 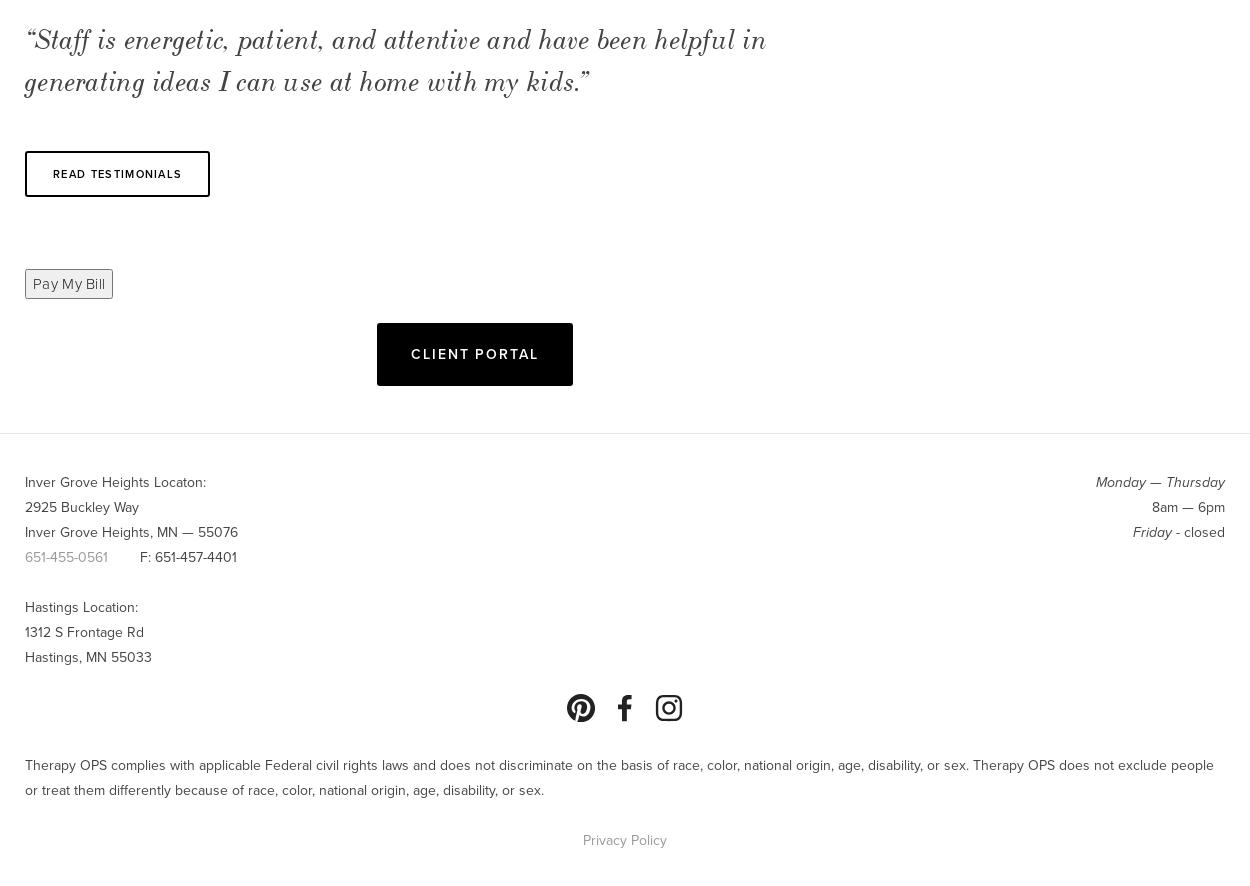 I want to click on '1312 S Frontage Rd', so click(x=25, y=631).